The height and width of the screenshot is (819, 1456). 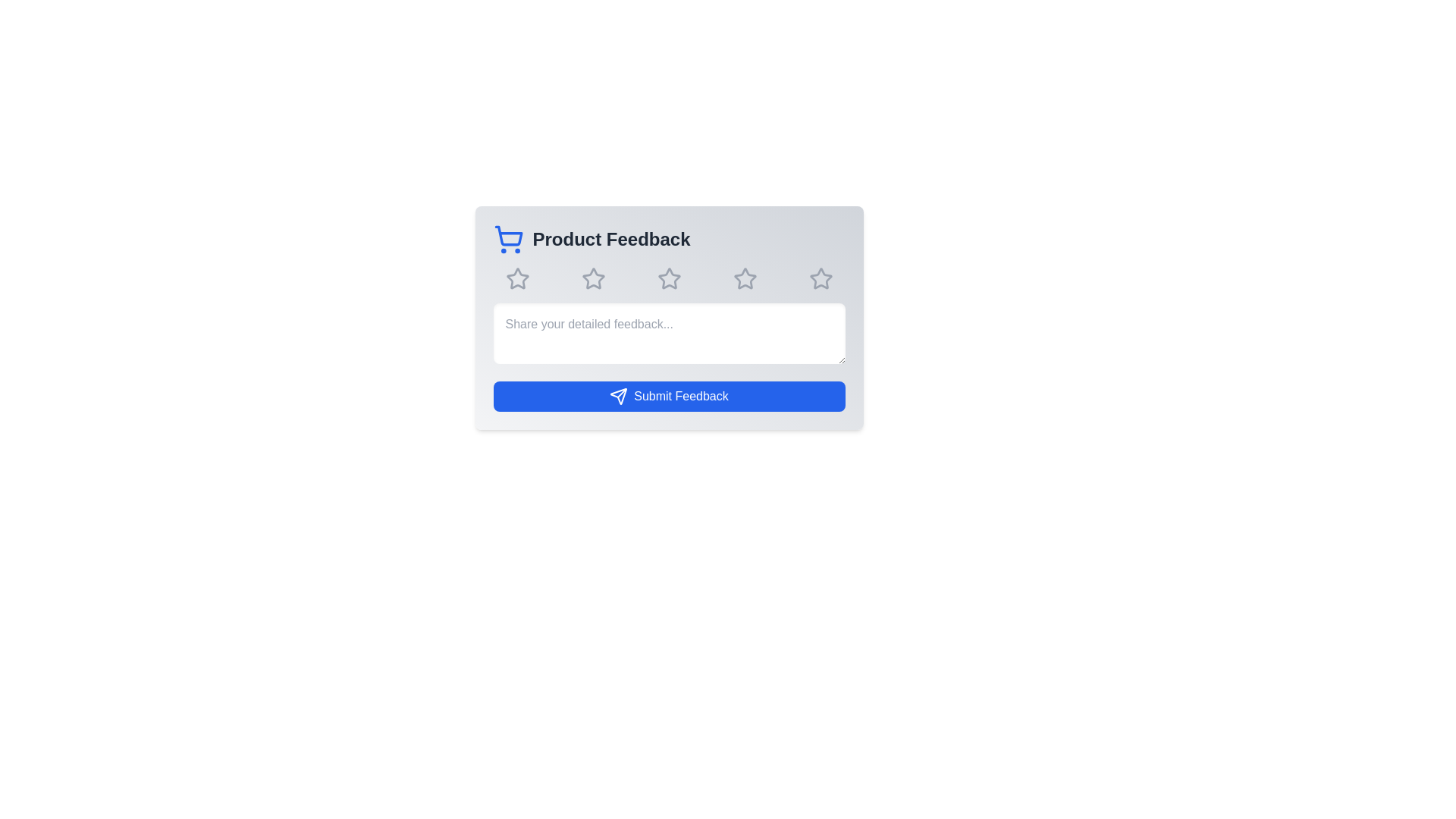 What do you see at coordinates (668, 278) in the screenshot?
I see `the third star icon in the user rating interface` at bounding box center [668, 278].